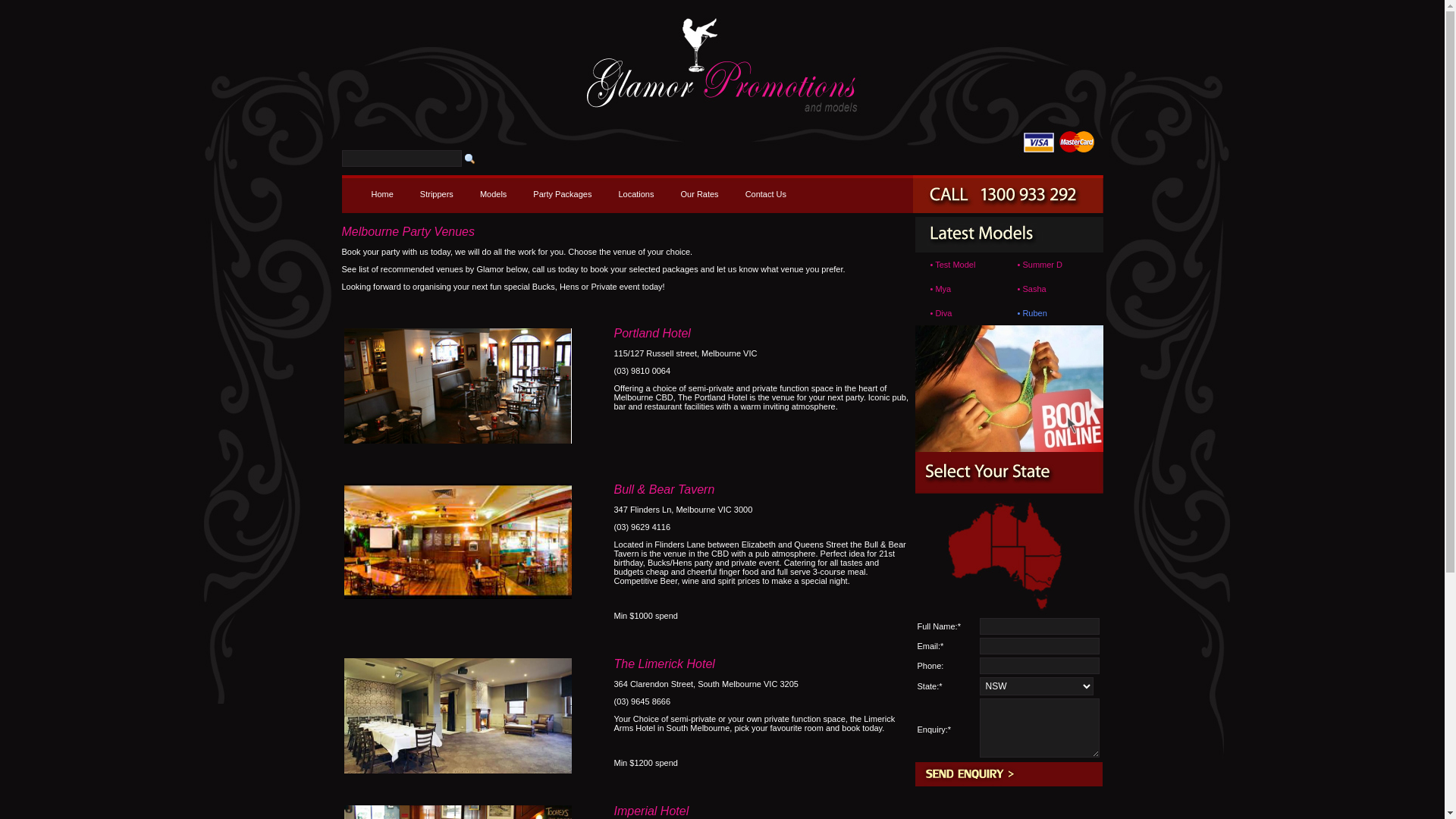 This screenshot has height=819, width=1456. I want to click on 'Portland Hotel Melbourne, perfect hens or bucks party venue', so click(457, 385).